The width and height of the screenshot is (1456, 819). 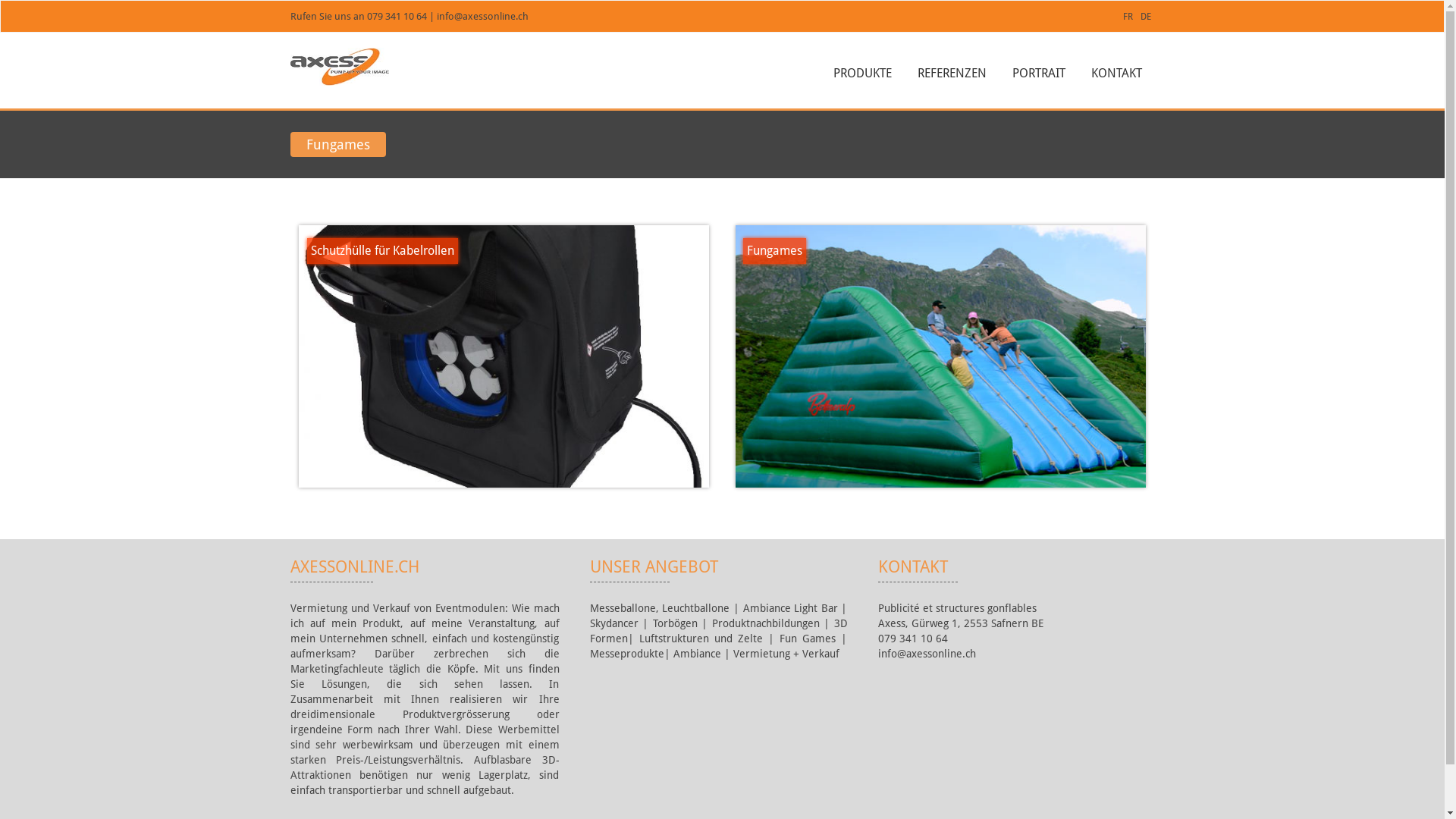 What do you see at coordinates (1127, 17) in the screenshot?
I see `'FR'` at bounding box center [1127, 17].